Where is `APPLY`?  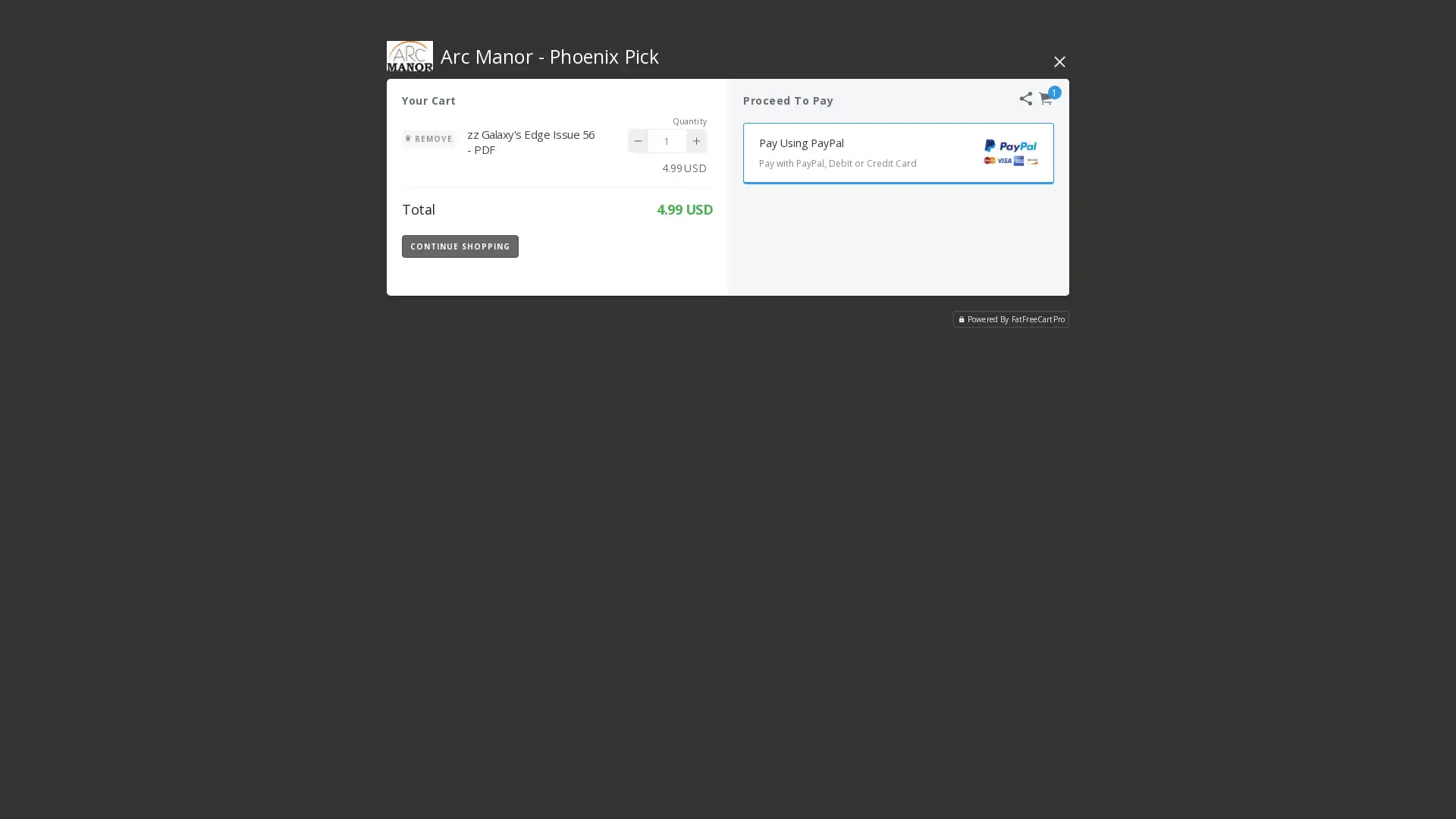 APPLY is located at coordinates (673, 245).